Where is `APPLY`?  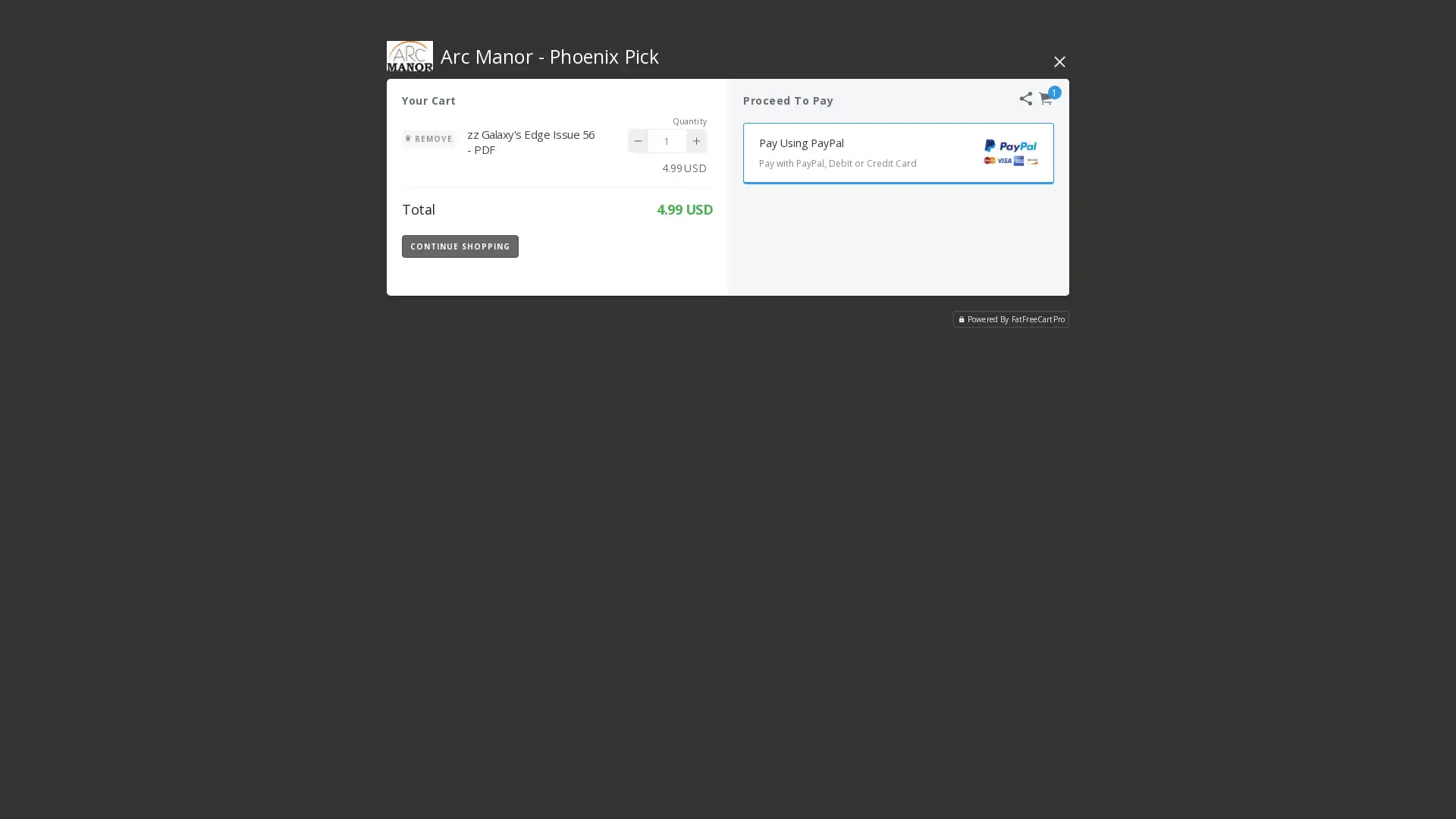 APPLY is located at coordinates (673, 245).